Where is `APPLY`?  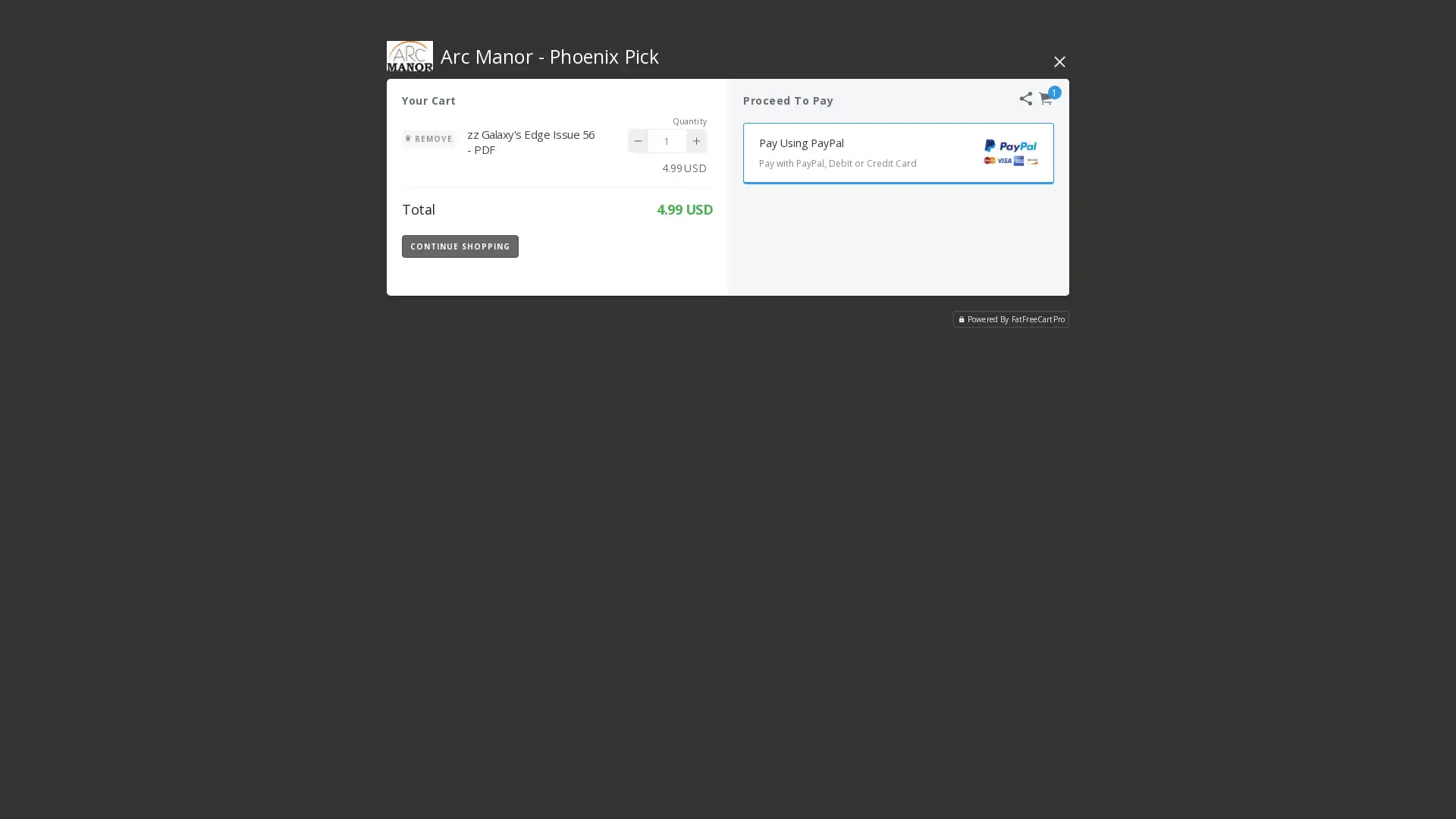 APPLY is located at coordinates (673, 245).